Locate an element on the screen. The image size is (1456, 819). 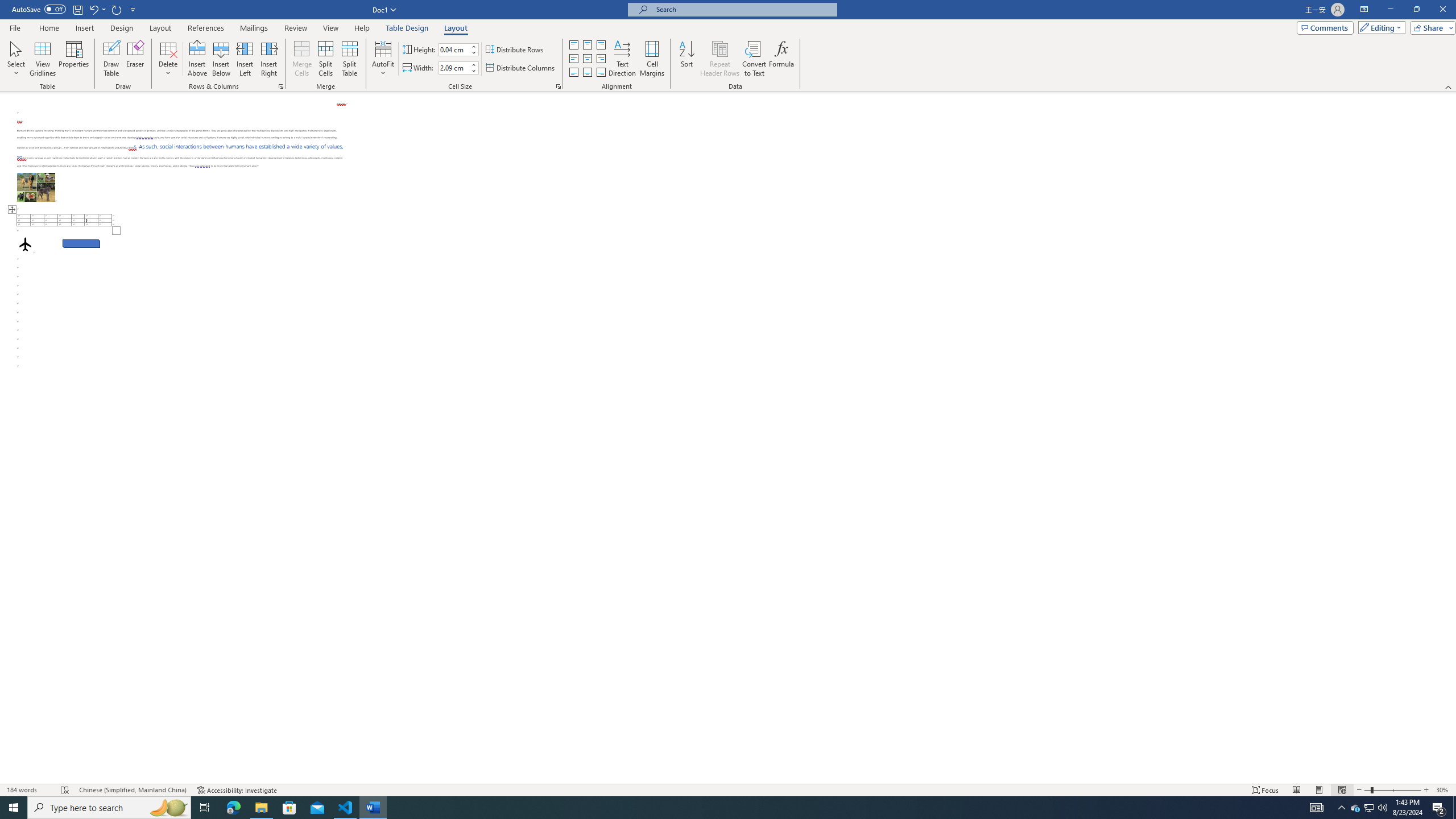
'Class: NetUIScrollBar' is located at coordinates (1451, 437).